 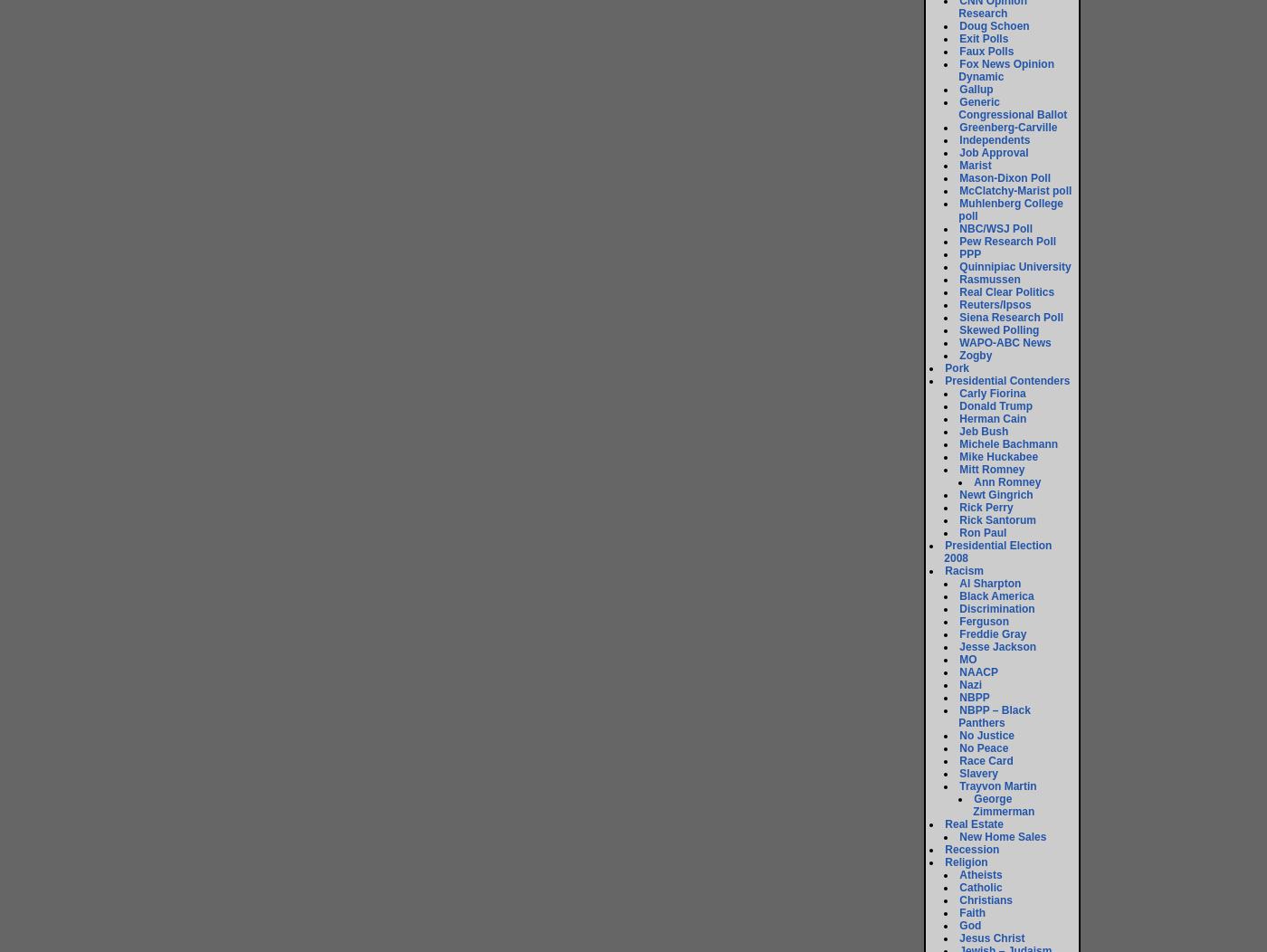 I want to click on 'NBC/WSJ Poll', so click(x=958, y=228).